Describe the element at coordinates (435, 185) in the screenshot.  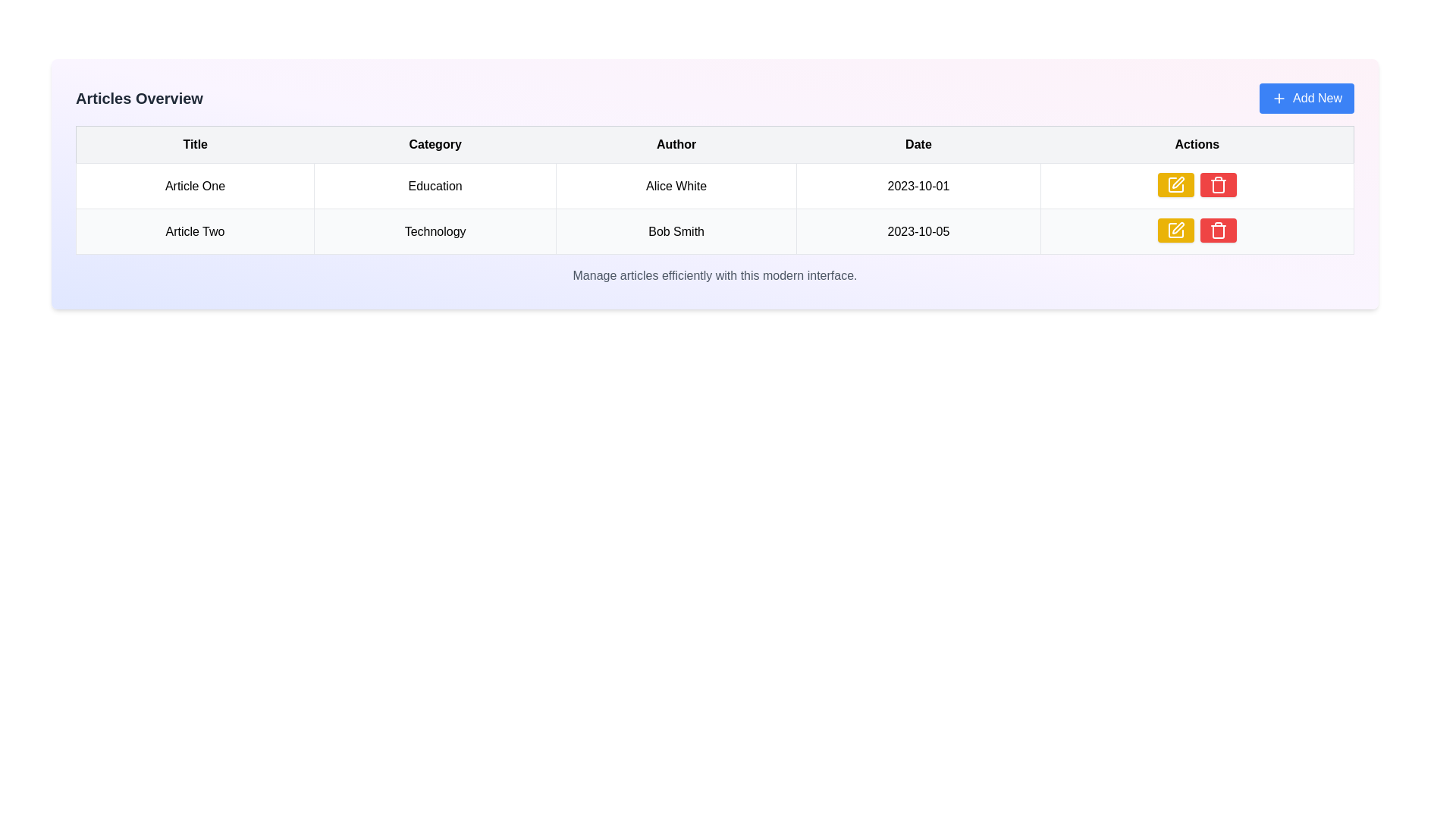
I see `the static text field displaying 'Education' located in the second column of the row that starts with 'Article One' in the table` at that location.